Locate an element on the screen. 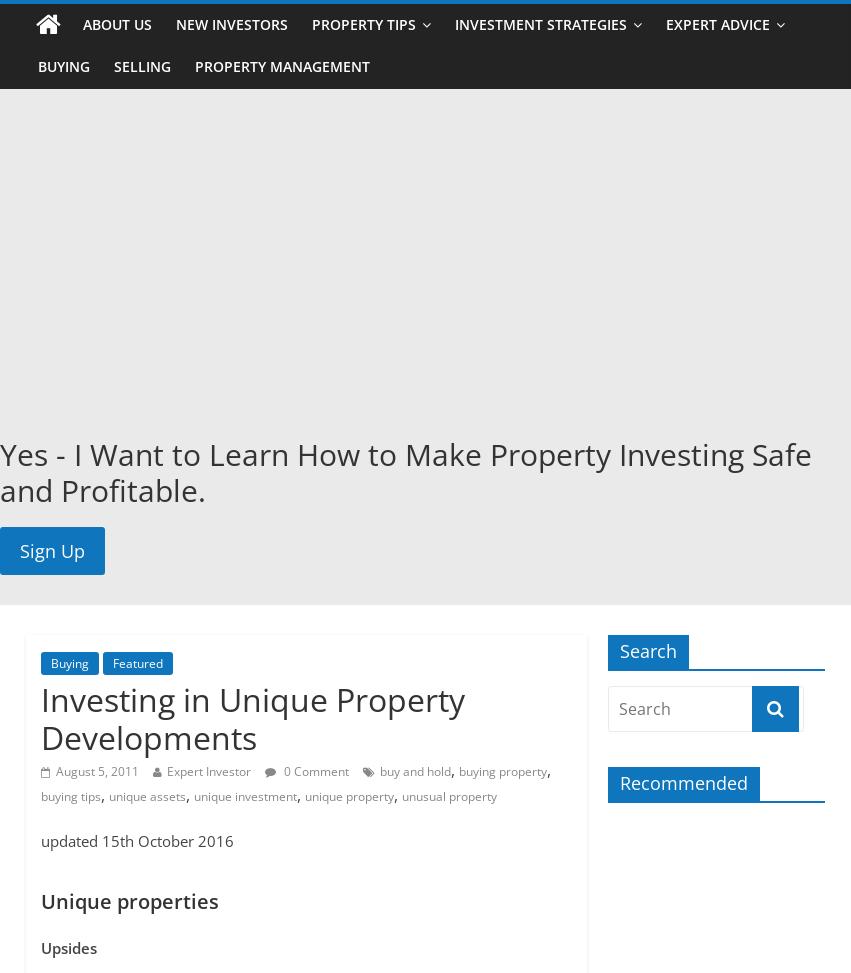 This screenshot has width=851, height=973. 'Investing in Unique Property Developments' is located at coordinates (250, 717).